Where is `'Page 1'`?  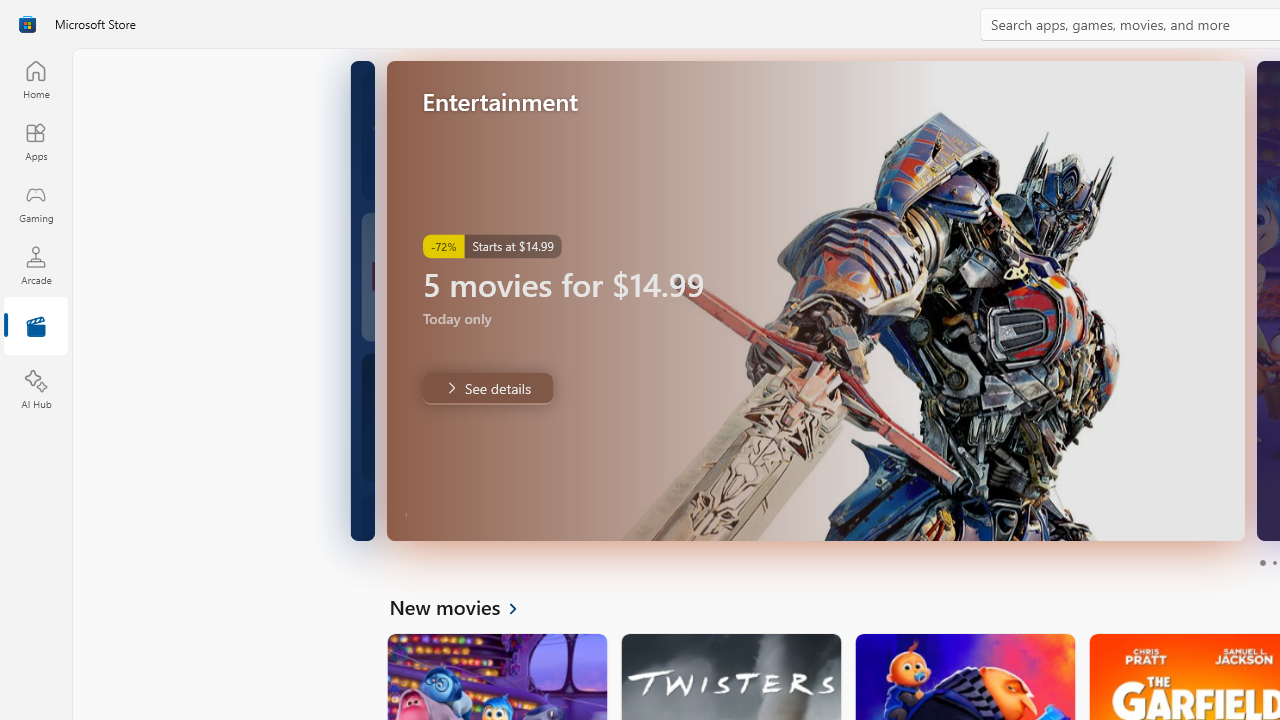 'Page 1' is located at coordinates (1261, 563).